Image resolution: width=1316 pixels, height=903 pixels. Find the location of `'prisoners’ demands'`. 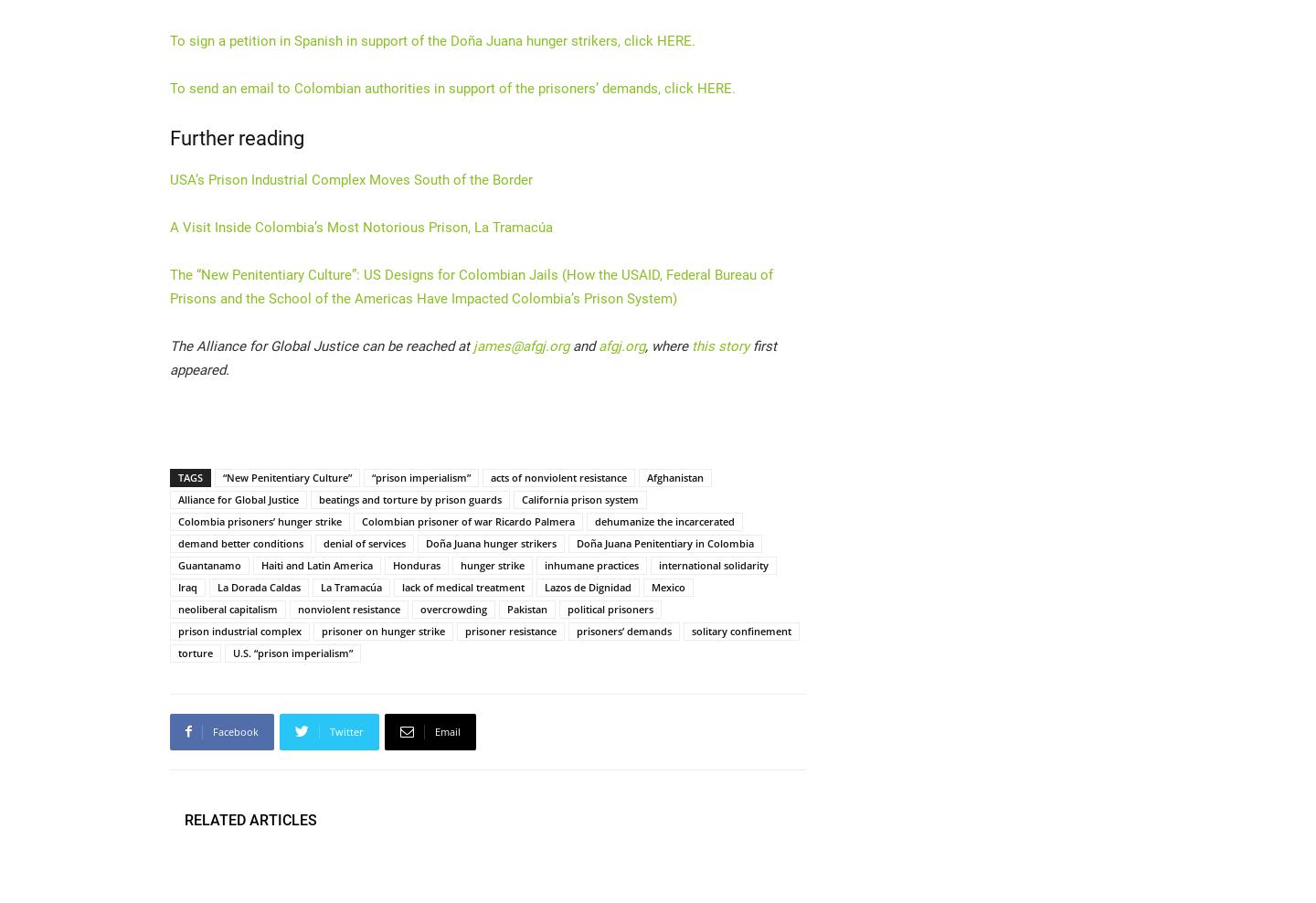

'prisoners’ demands' is located at coordinates (623, 630).